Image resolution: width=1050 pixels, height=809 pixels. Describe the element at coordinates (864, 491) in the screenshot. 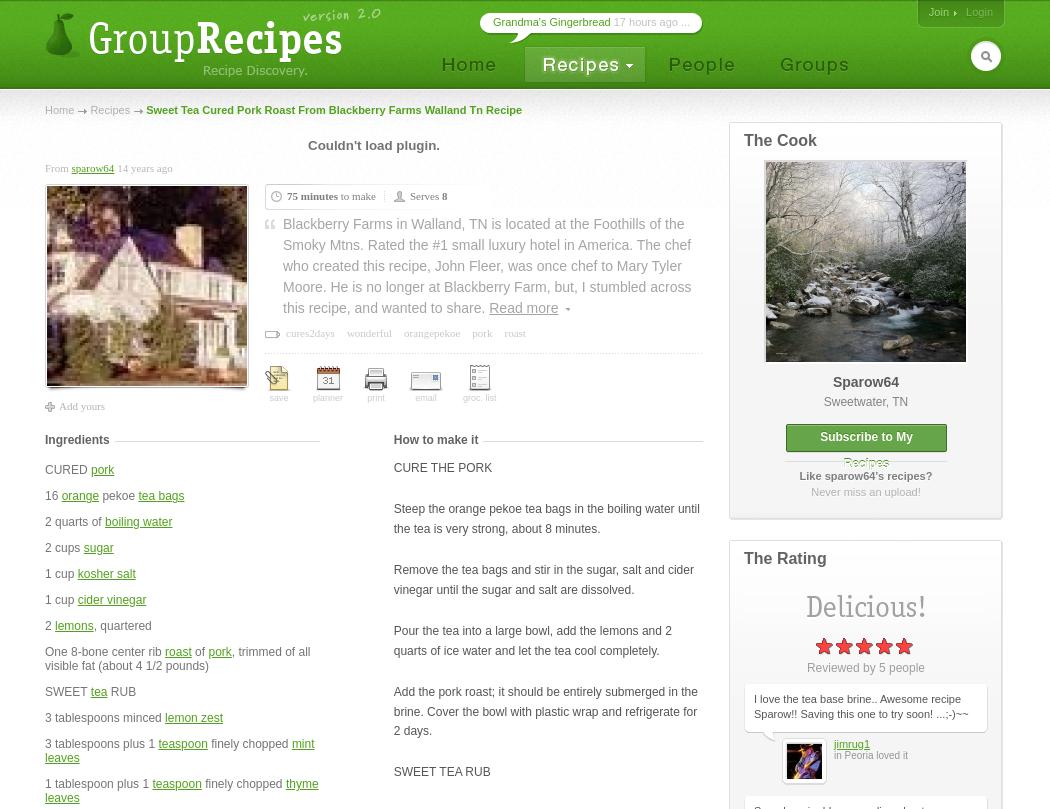

I see `'Never miss an upload!'` at that location.